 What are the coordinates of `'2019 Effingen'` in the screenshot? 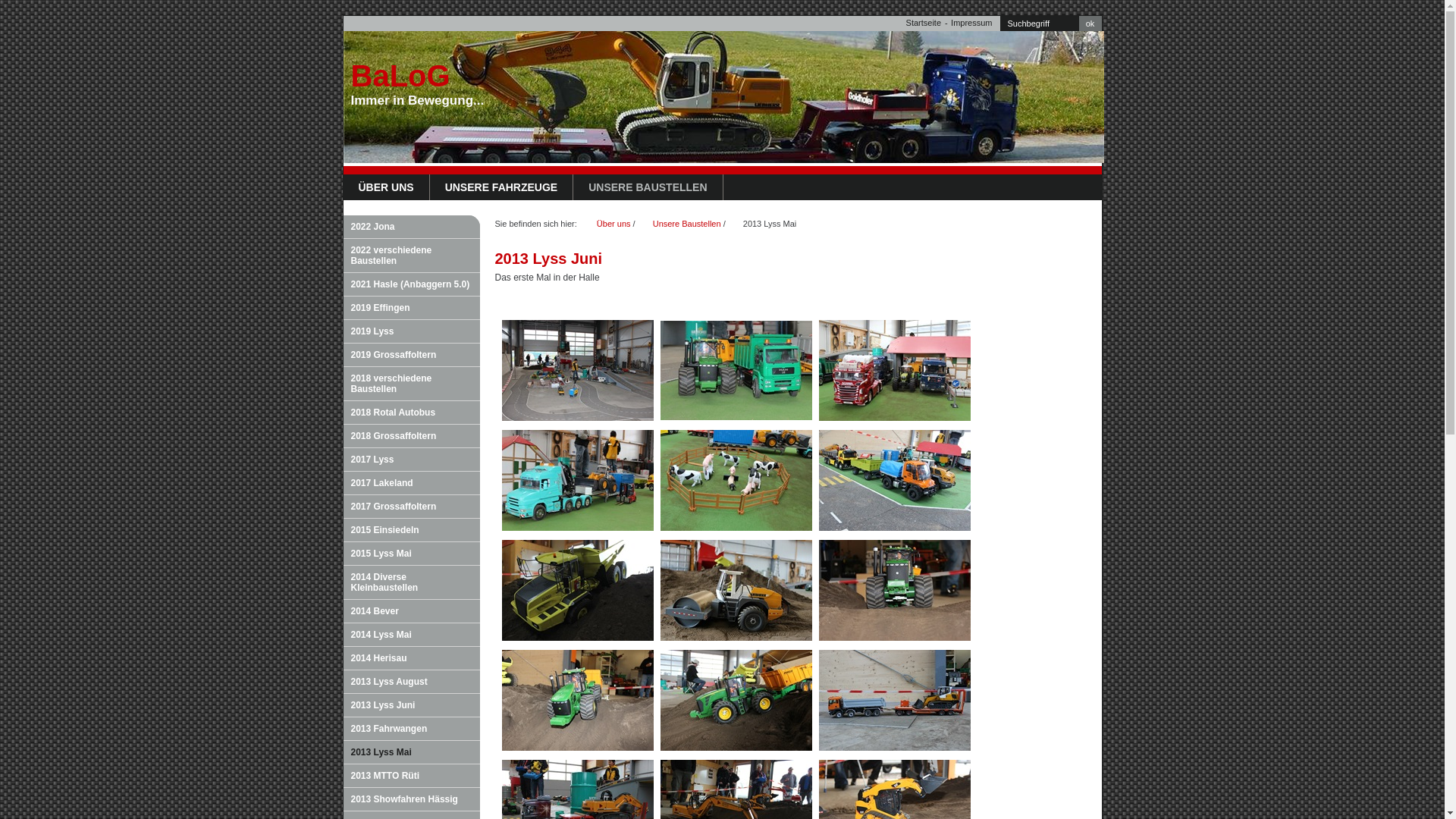 It's located at (411, 307).